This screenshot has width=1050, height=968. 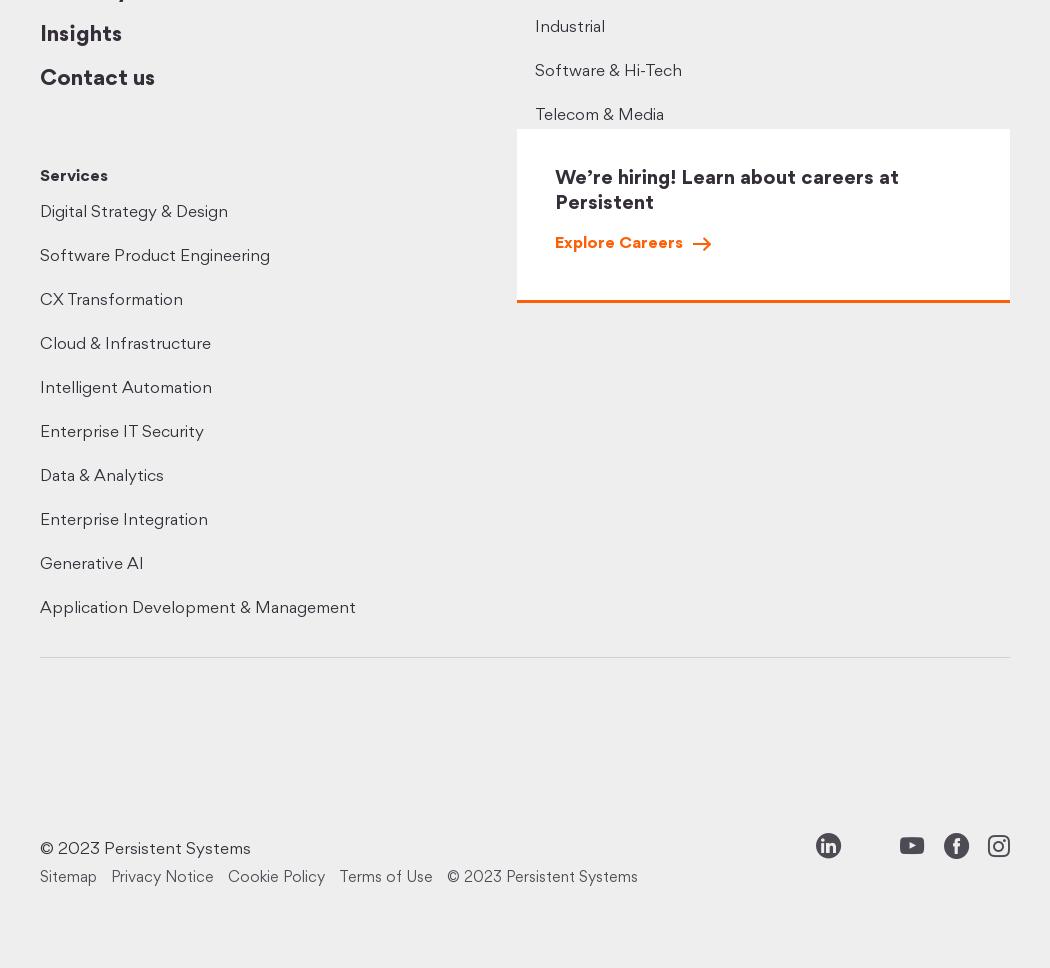 What do you see at coordinates (124, 344) in the screenshot?
I see `'Cloud & Infrastructure'` at bounding box center [124, 344].